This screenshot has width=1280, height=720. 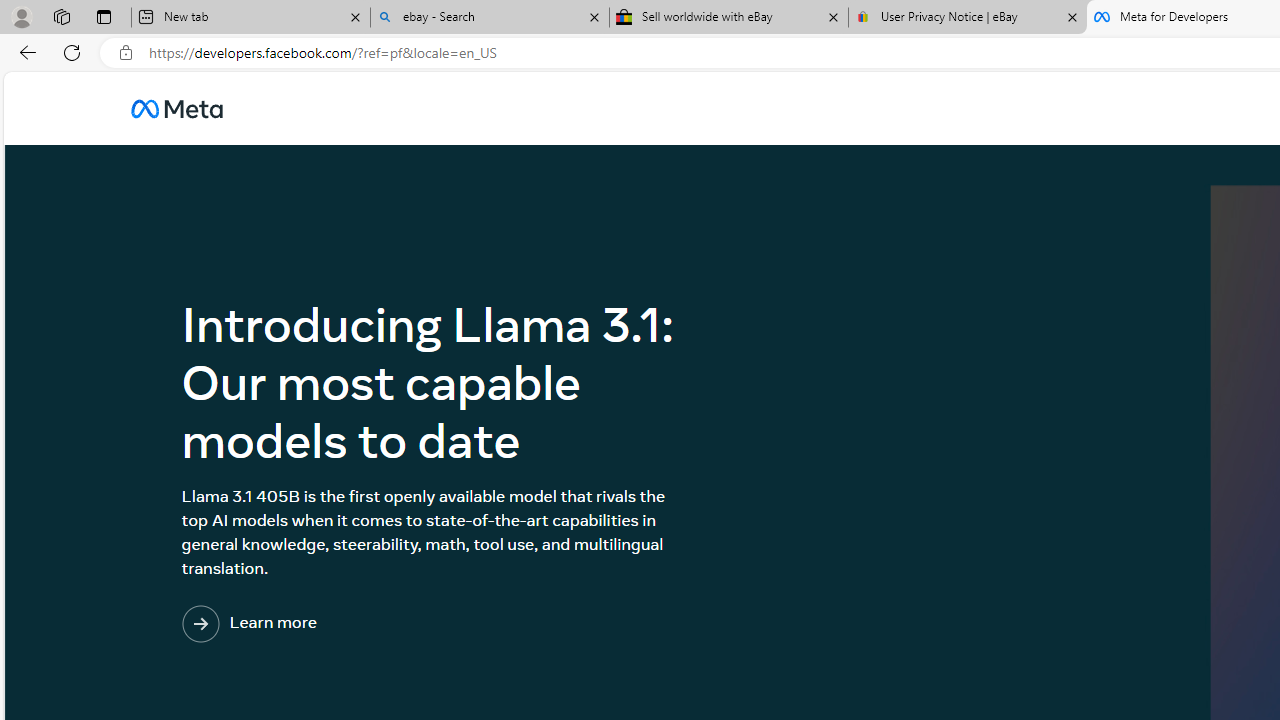 I want to click on 'AutomationID: u_0_25_3H', so click(x=176, y=108).